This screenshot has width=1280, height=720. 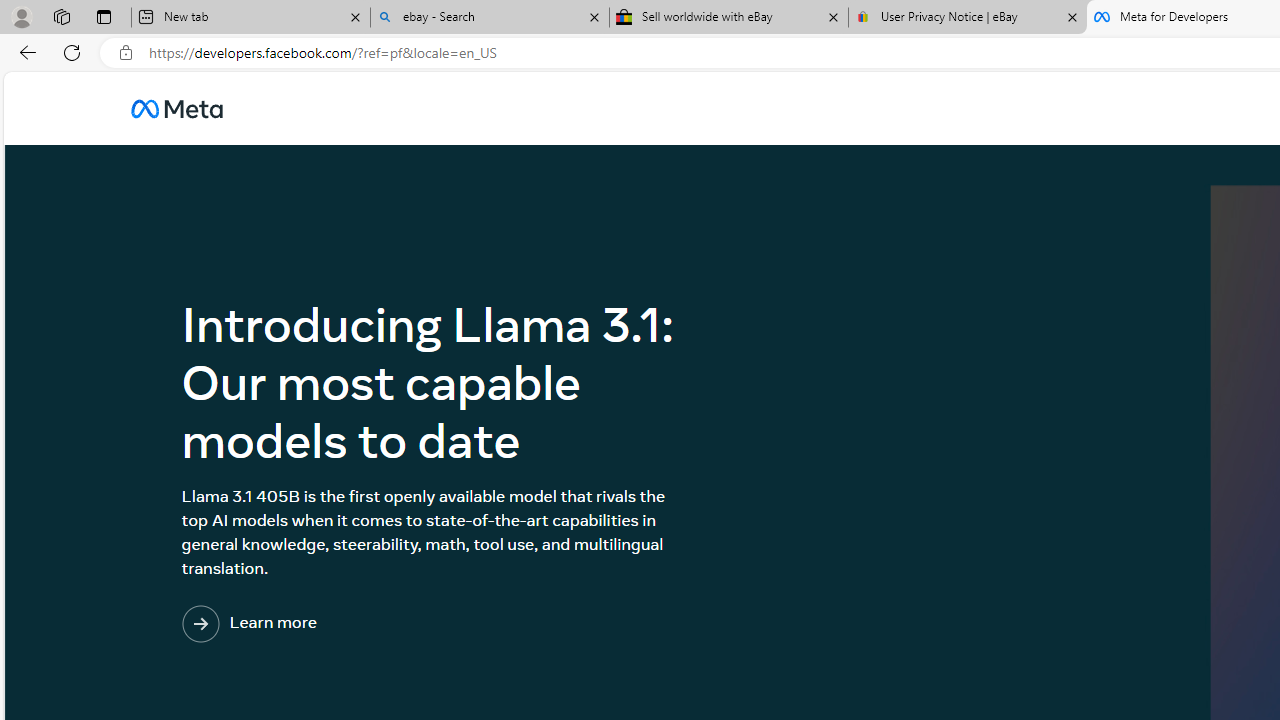 I want to click on 'AutomationID: u_0_25_3H', so click(x=176, y=108).